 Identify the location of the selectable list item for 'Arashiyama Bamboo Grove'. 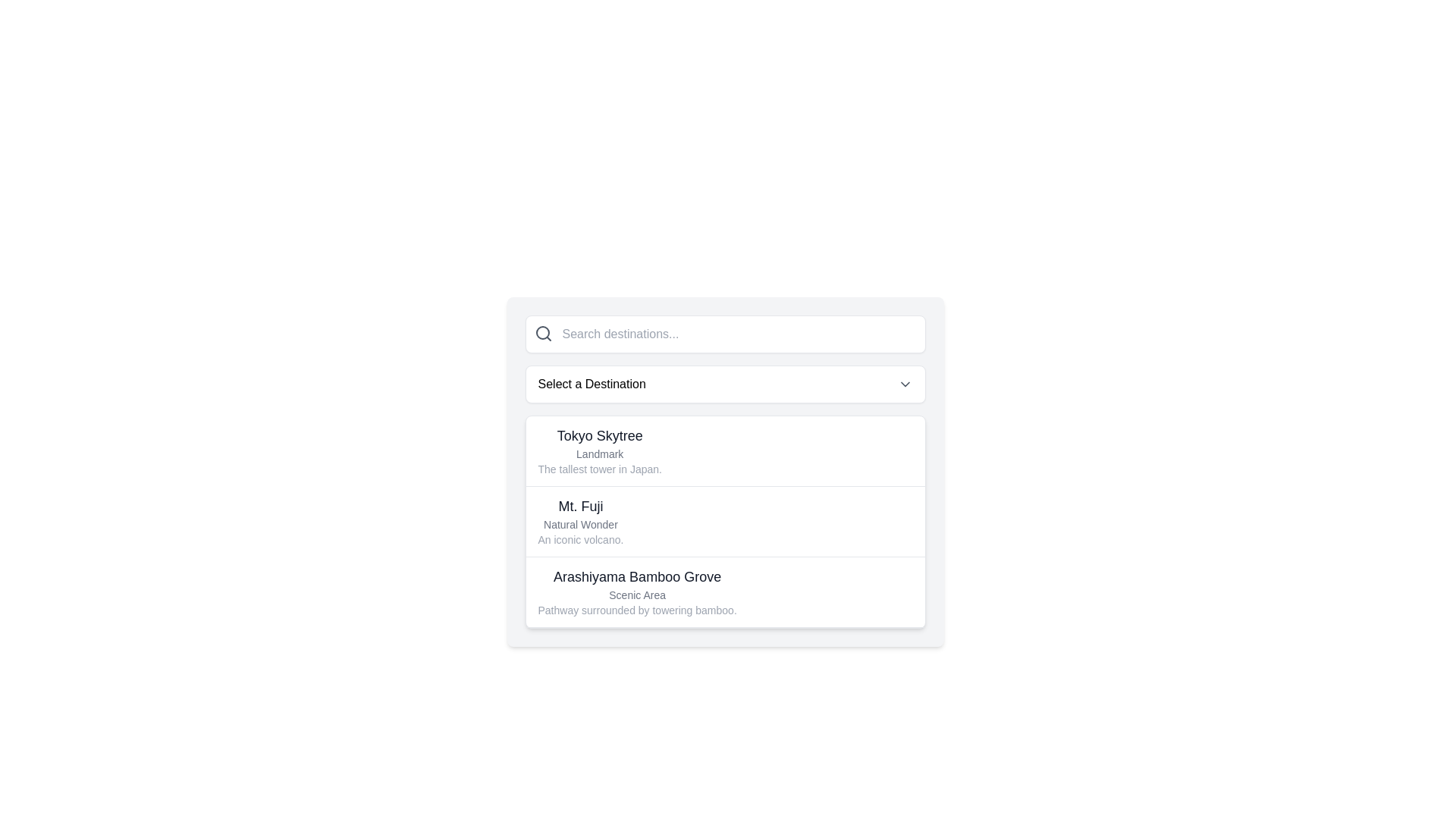
(724, 591).